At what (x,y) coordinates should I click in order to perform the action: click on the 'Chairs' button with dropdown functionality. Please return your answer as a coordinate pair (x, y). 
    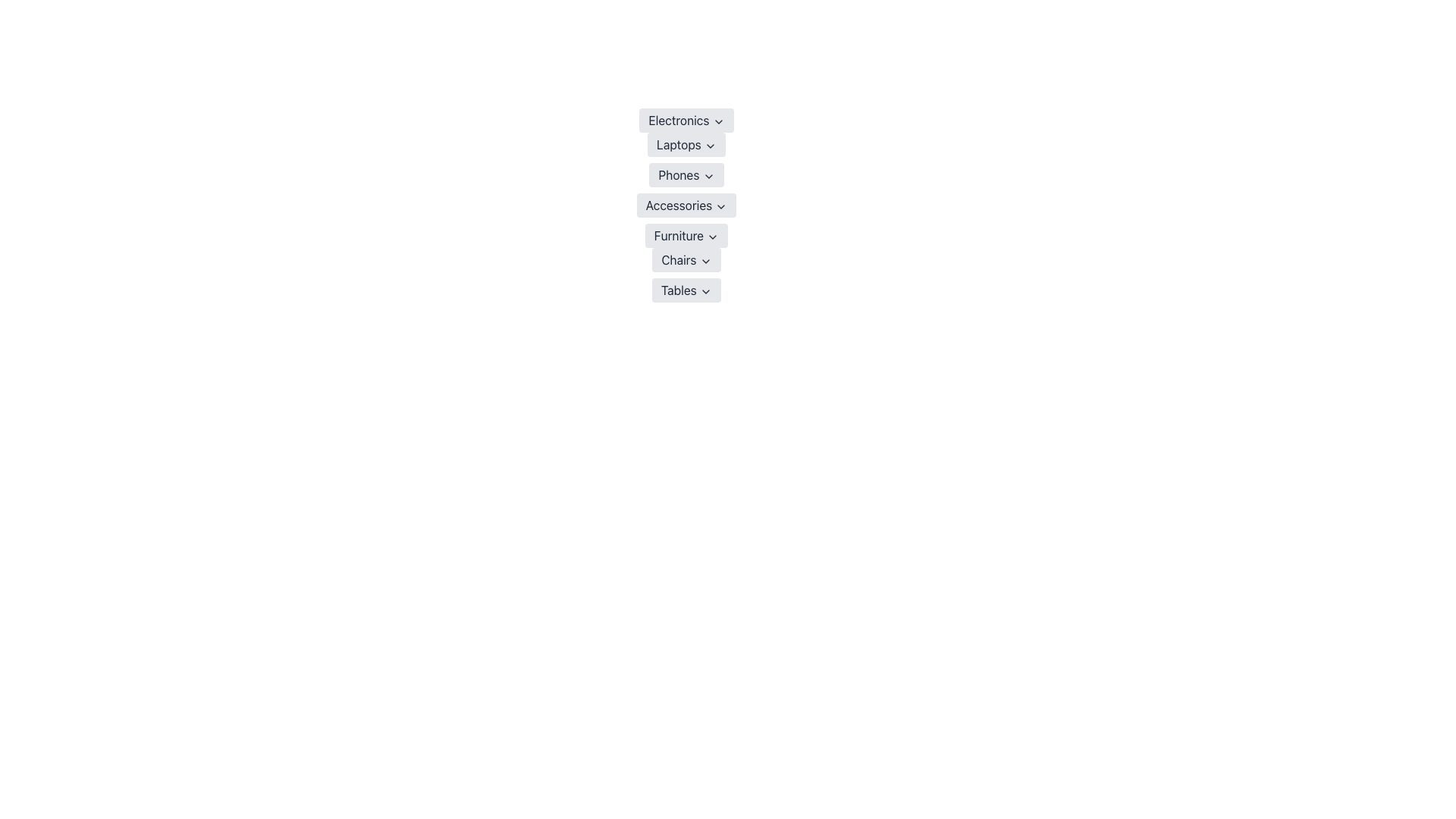
    Looking at the image, I should click on (686, 259).